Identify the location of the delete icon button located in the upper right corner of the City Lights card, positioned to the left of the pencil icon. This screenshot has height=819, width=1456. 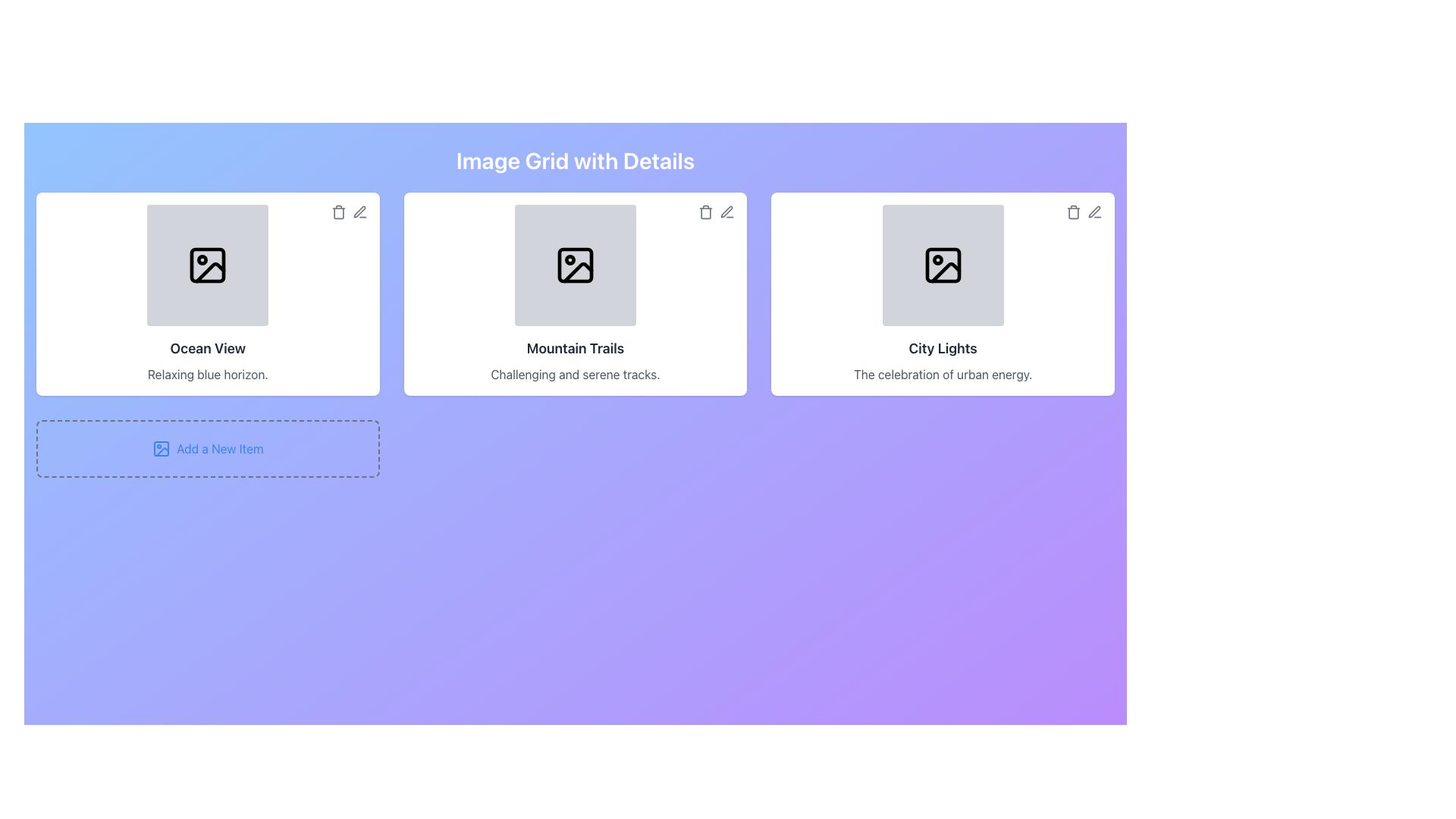
(1073, 212).